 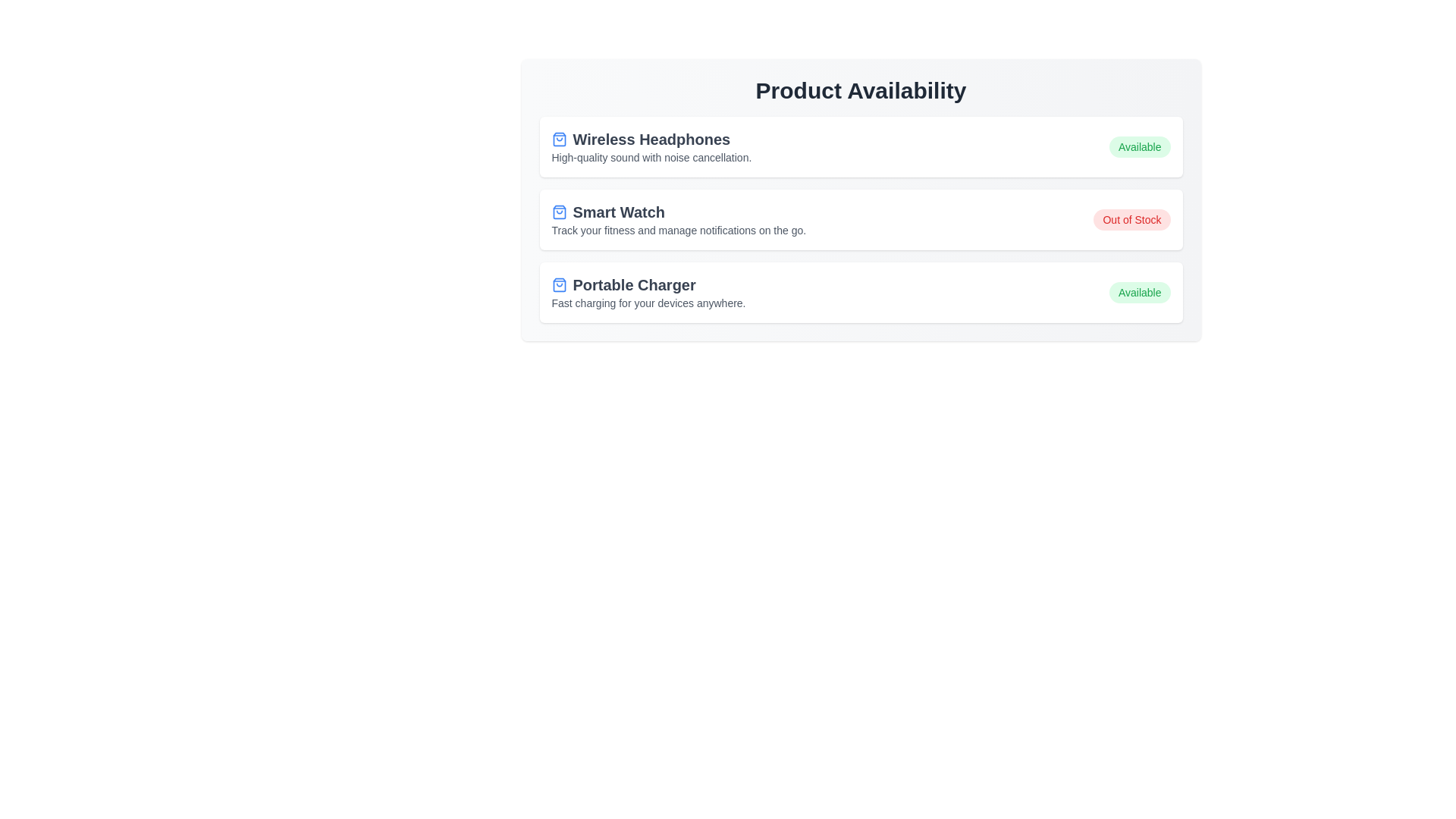 I want to click on the product Portable Charger to reveal additional options, so click(x=861, y=292).